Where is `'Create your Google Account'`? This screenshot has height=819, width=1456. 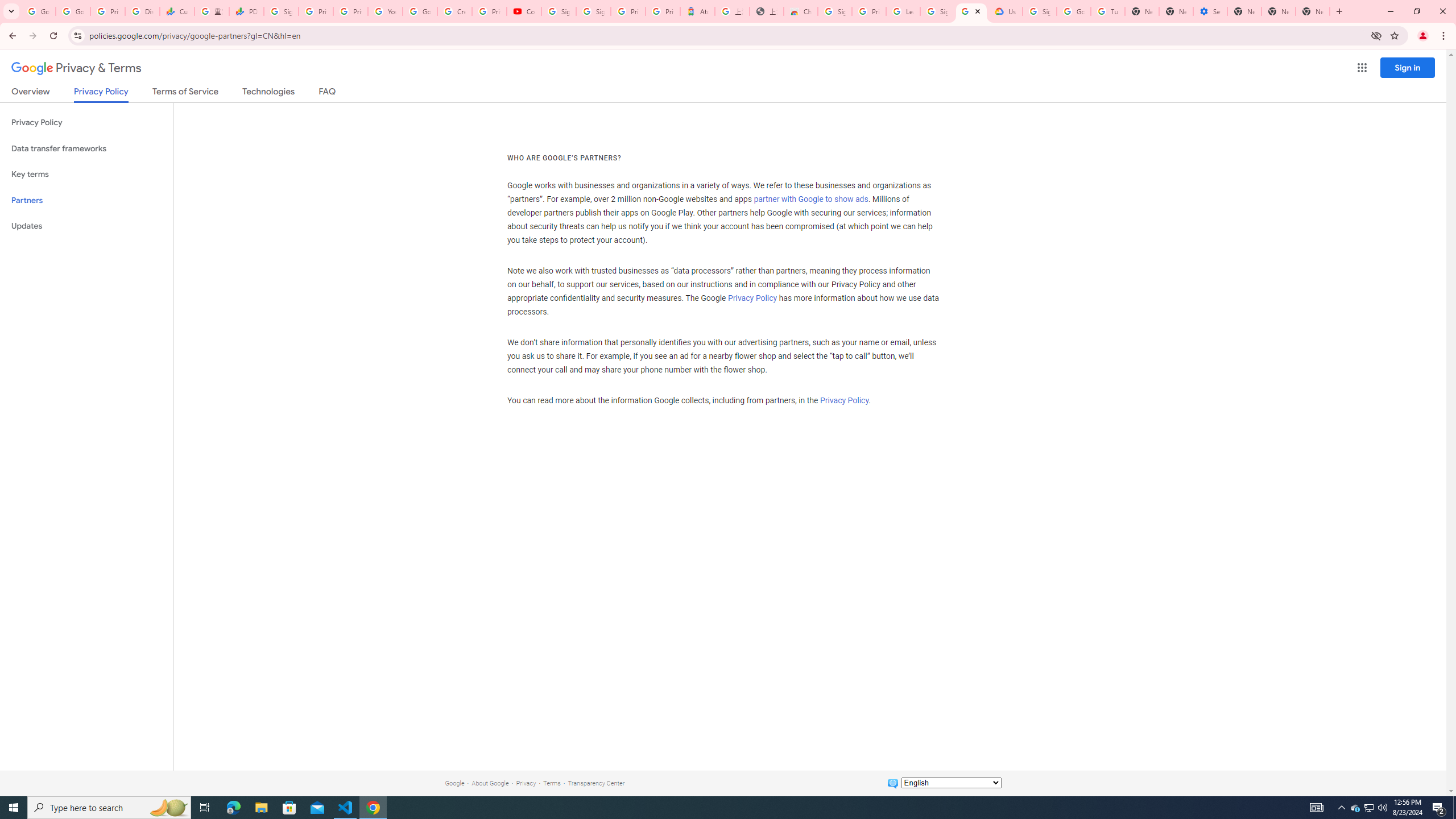
'Create your Google Account' is located at coordinates (454, 11).